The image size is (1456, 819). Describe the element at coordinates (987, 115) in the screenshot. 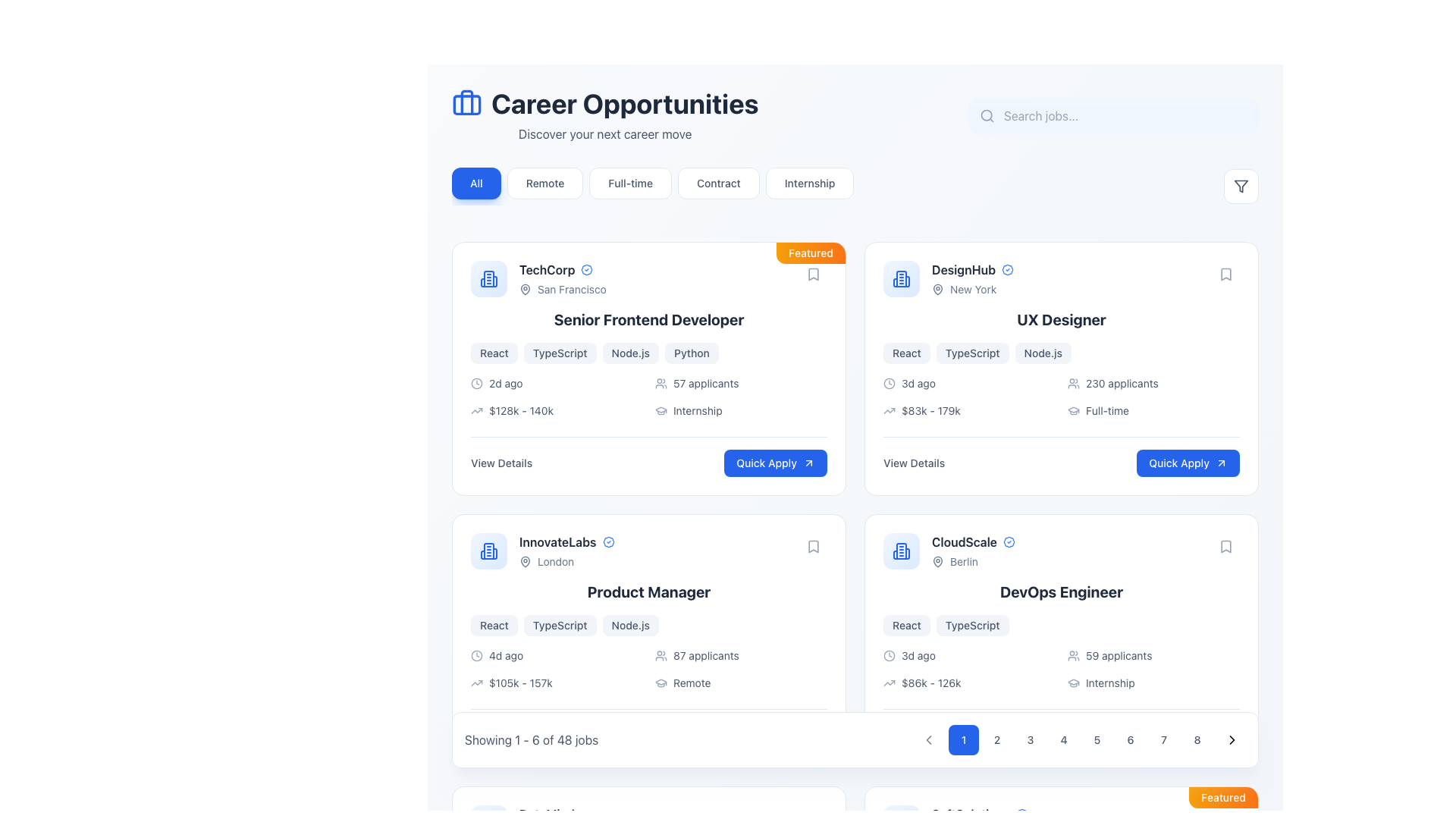

I see `the search icon located in the top-right section of the page, which allows the user to focus on the search bar or initiate a query` at that location.